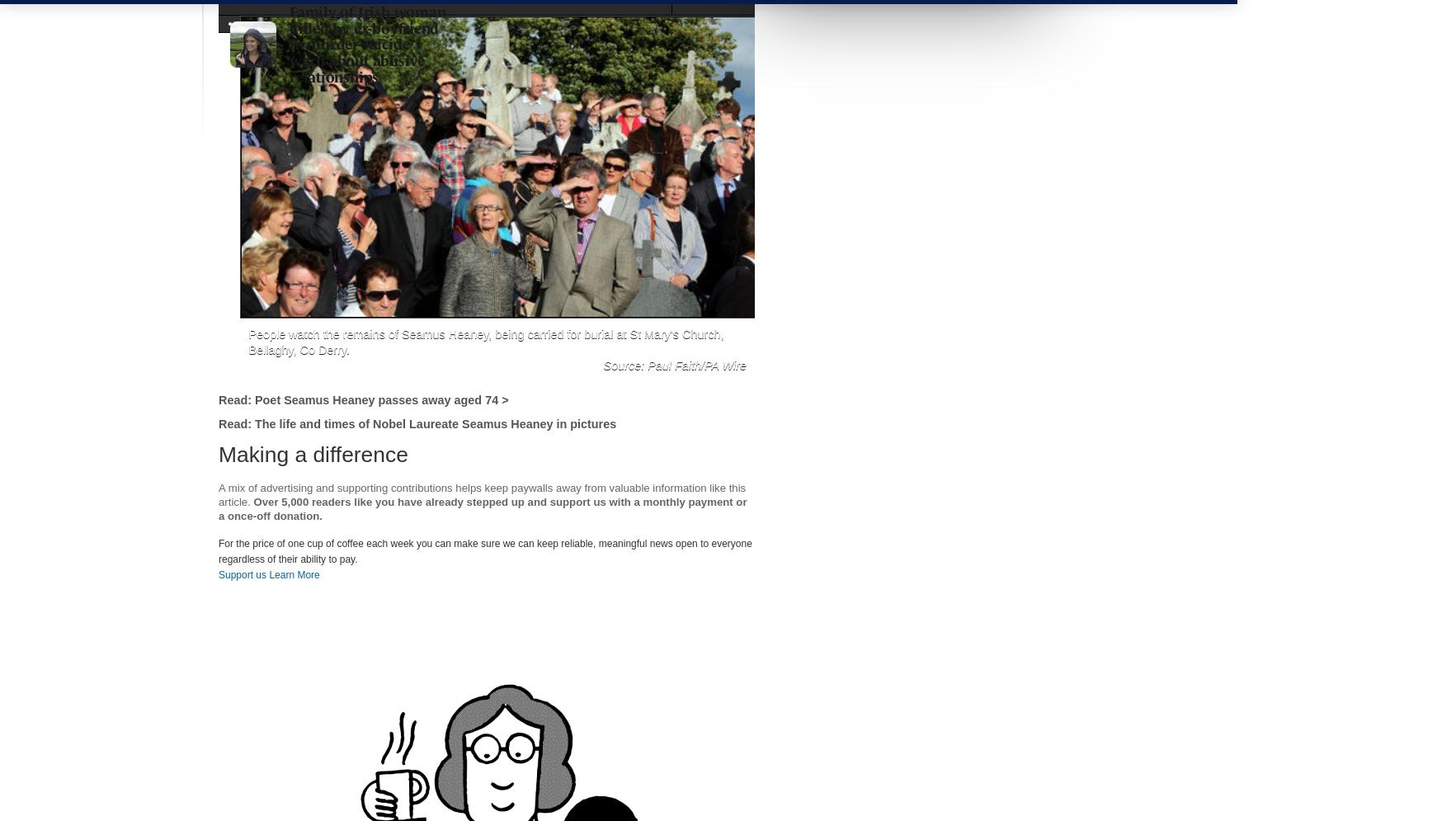 The height and width of the screenshot is (821, 1456). Describe the element at coordinates (481, 493) in the screenshot. I see `'A mix of advertising and supporting contributions helps keep paywalls away from valuable information like this article.'` at that location.